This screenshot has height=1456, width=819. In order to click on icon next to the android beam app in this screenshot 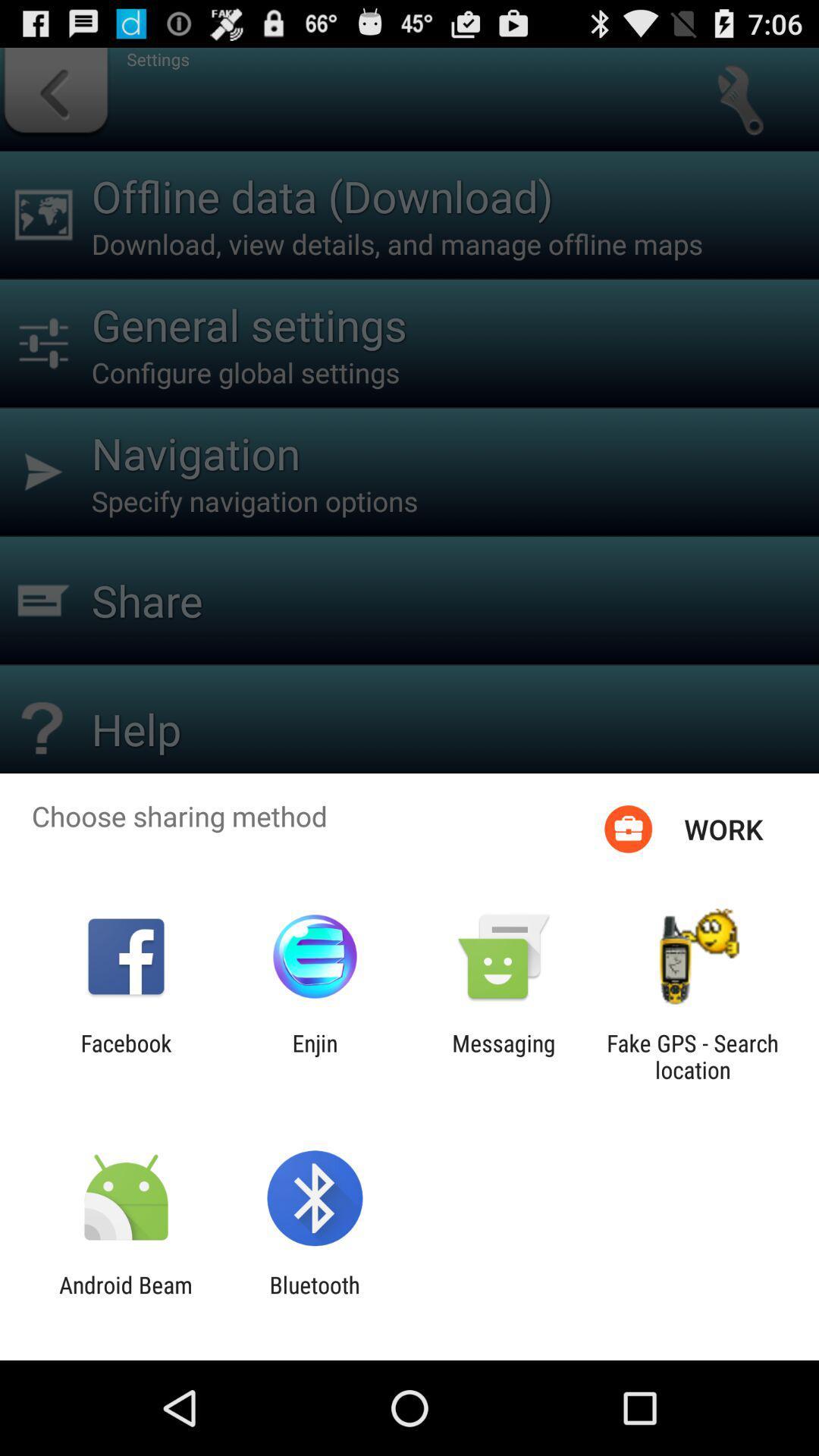, I will do `click(314, 1298)`.